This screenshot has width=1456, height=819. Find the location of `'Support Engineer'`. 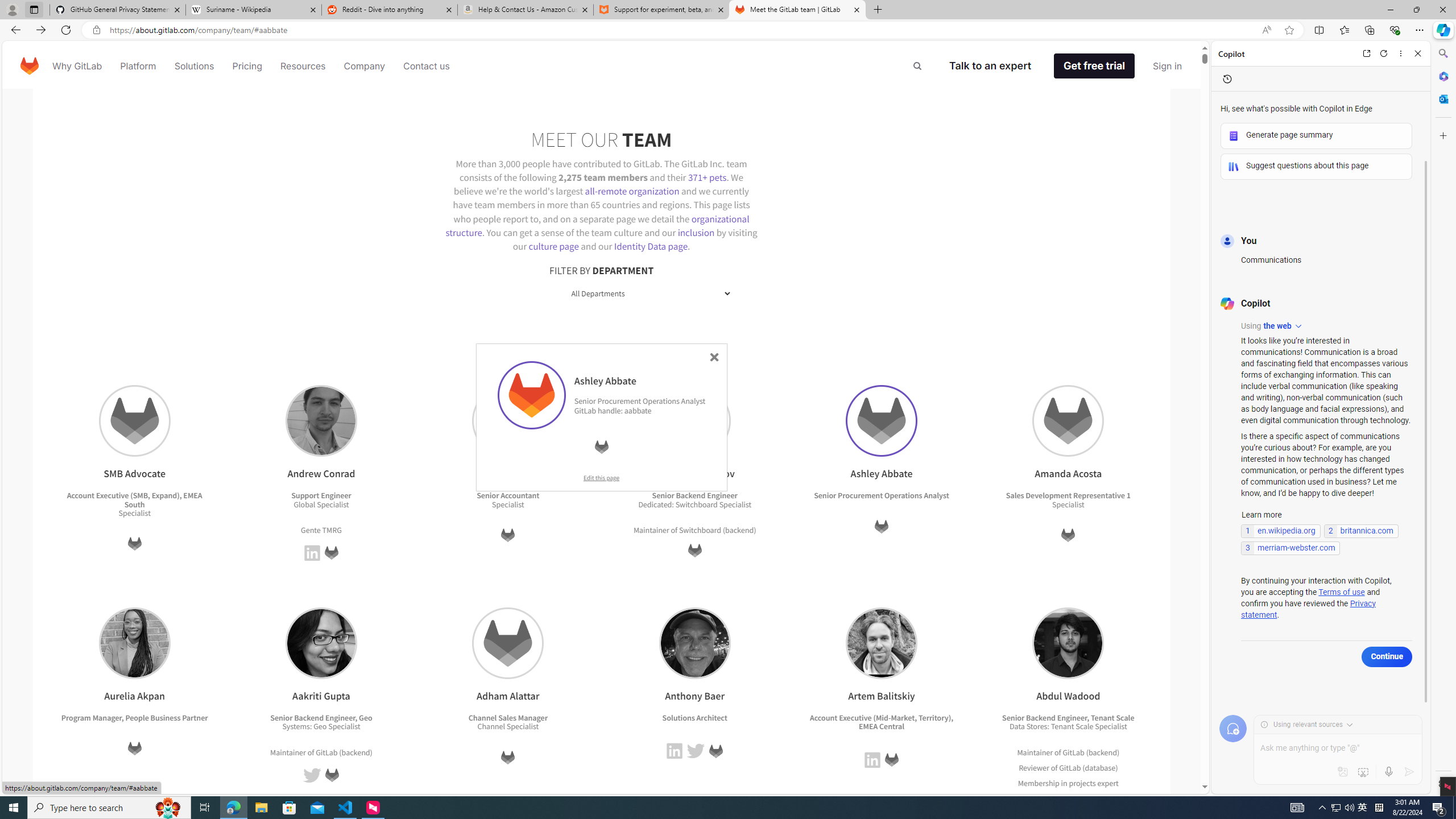

'Support Engineer' is located at coordinates (320, 495).